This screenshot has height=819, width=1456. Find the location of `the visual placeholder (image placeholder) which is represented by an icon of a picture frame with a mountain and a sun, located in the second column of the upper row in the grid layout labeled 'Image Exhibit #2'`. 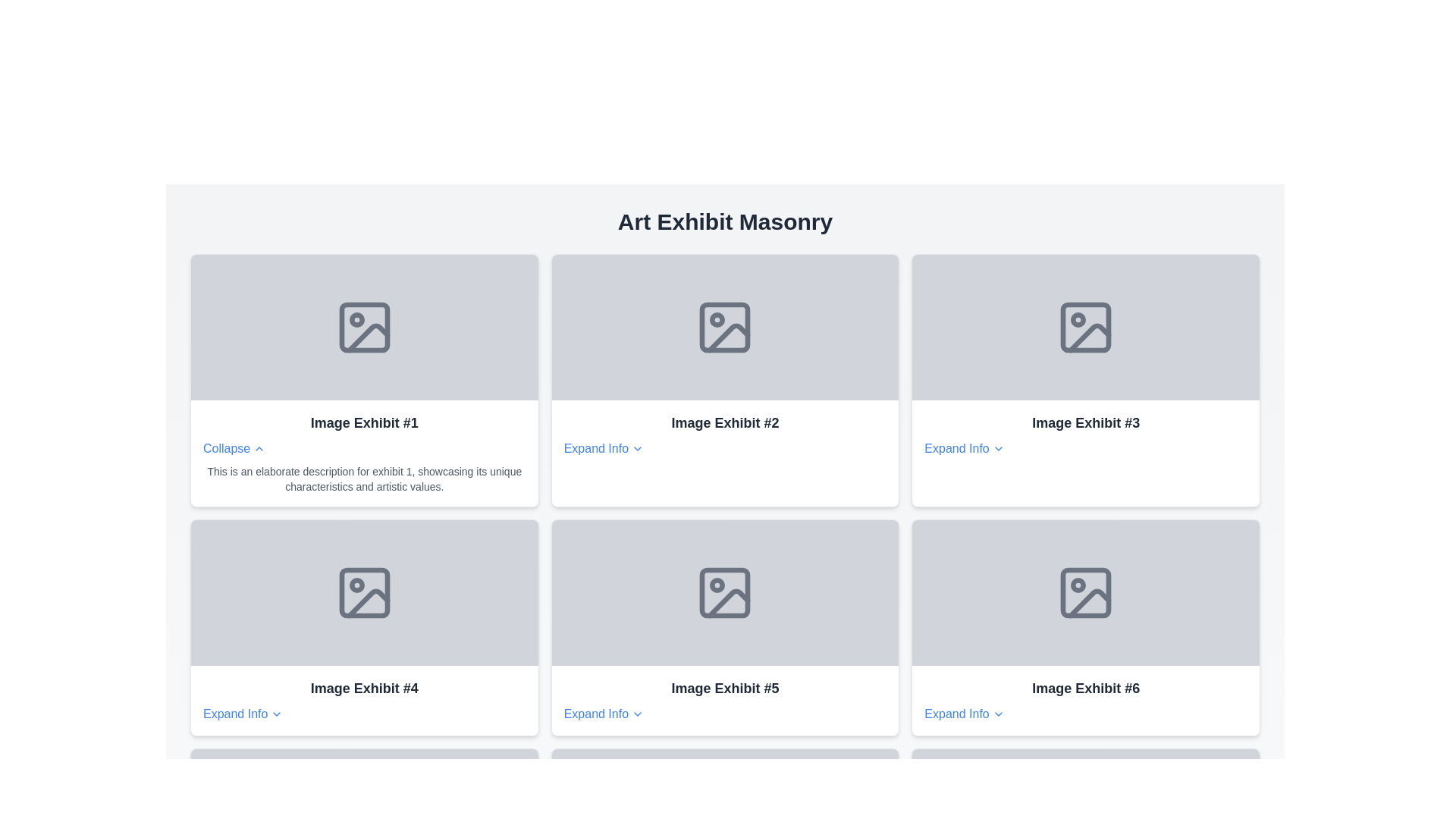

the visual placeholder (image placeholder) which is represented by an icon of a picture frame with a mountain and a sun, located in the second column of the upper row in the grid layout labeled 'Image Exhibit #2' is located at coordinates (724, 327).